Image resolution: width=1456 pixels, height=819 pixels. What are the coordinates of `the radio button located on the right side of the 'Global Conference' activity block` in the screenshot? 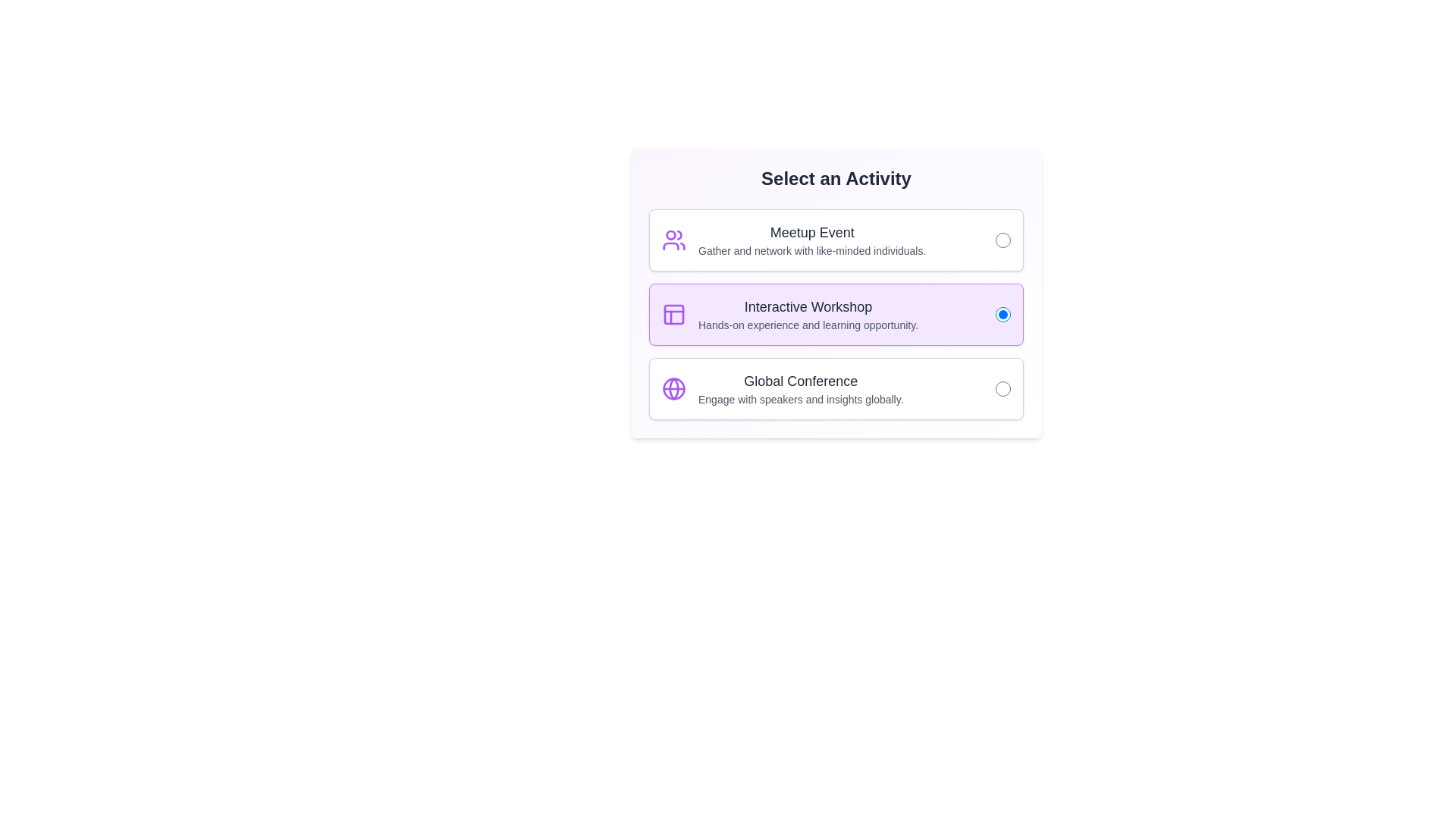 It's located at (1003, 388).